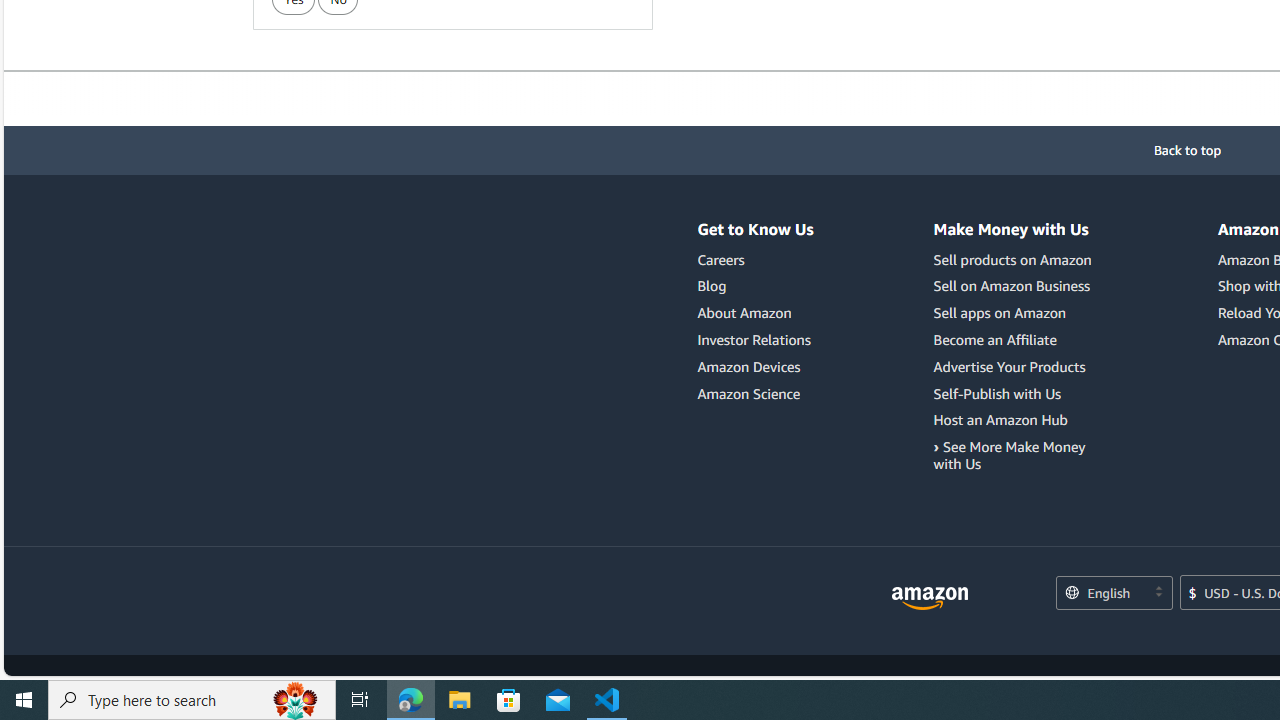  Describe the element at coordinates (754, 394) in the screenshot. I see `'Amazon Science'` at that location.